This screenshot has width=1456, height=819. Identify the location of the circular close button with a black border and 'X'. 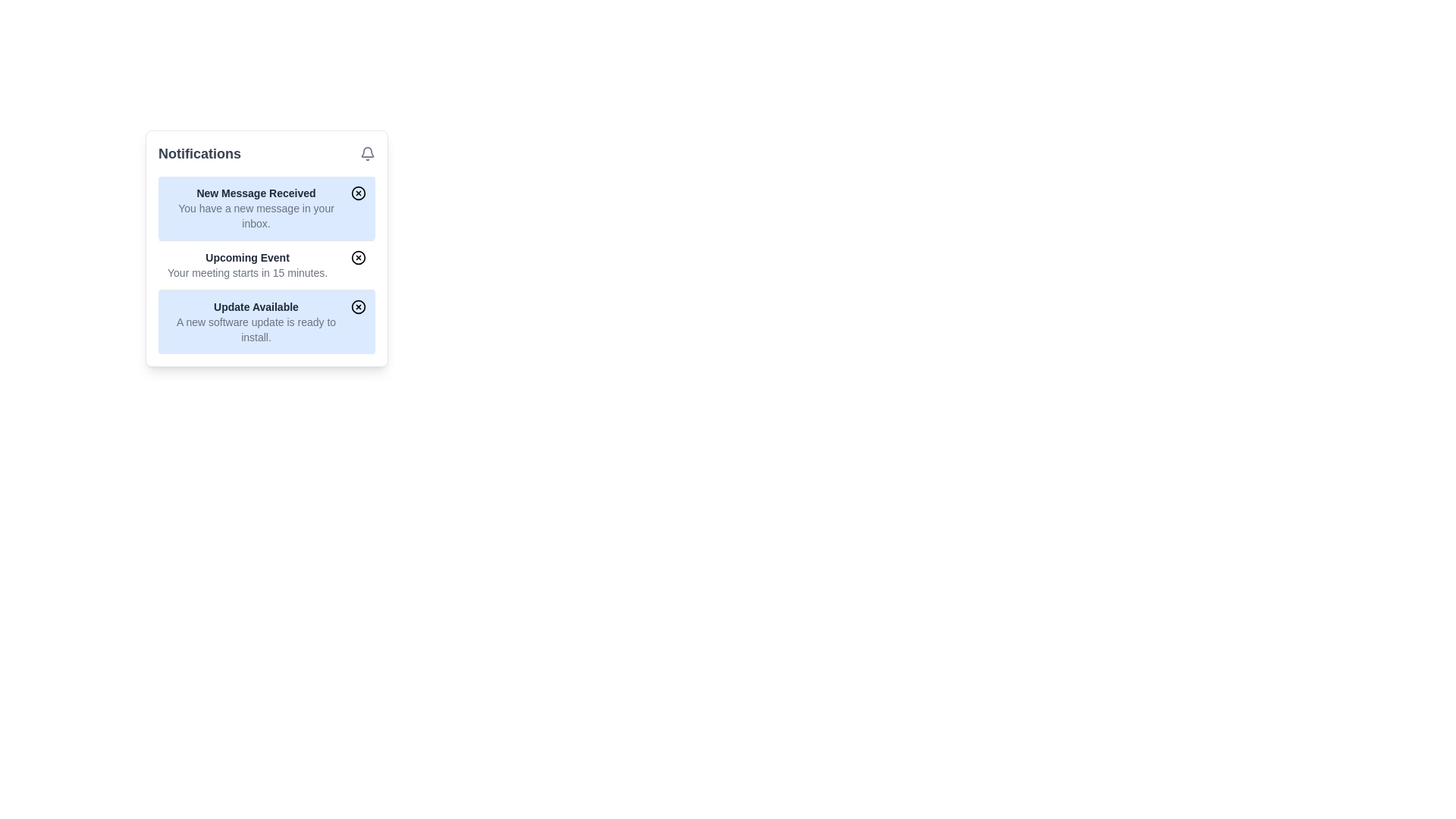
(358, 256).